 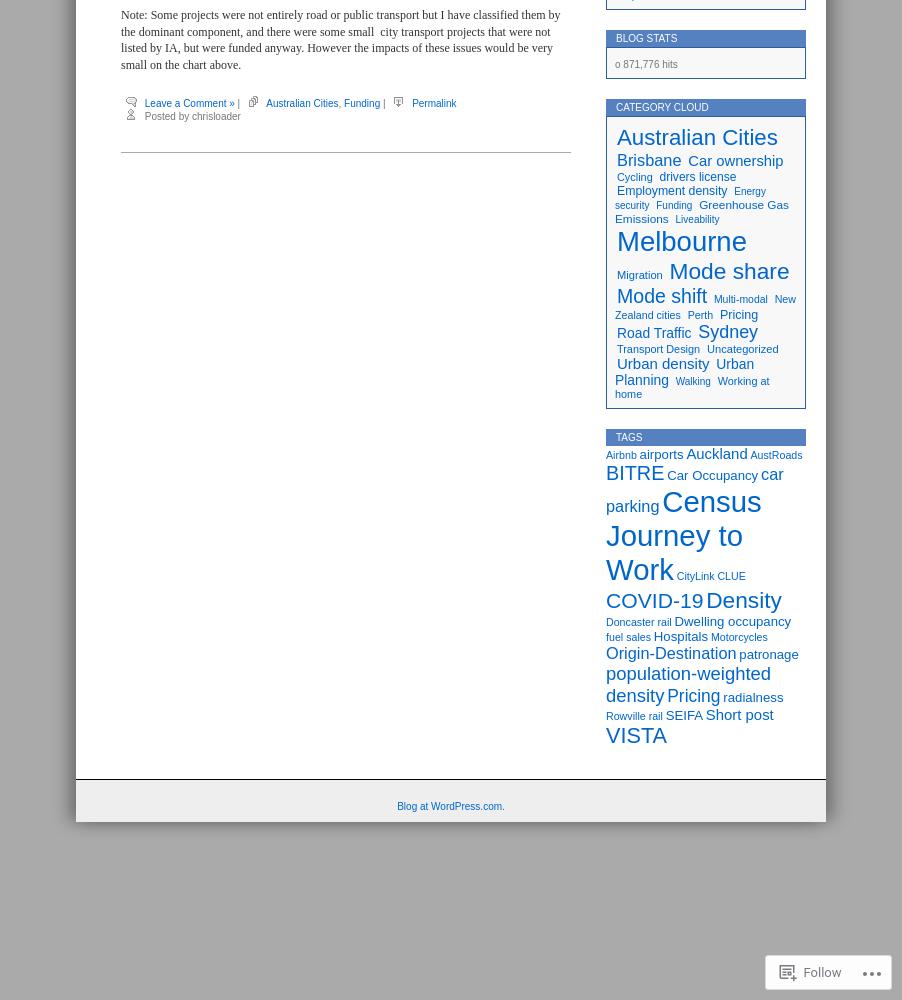 What do you see at coordinates (702, 211) in the screenshot?
I see `'Greenhouse Gas Emissions'` at bounding box center [702, 211].